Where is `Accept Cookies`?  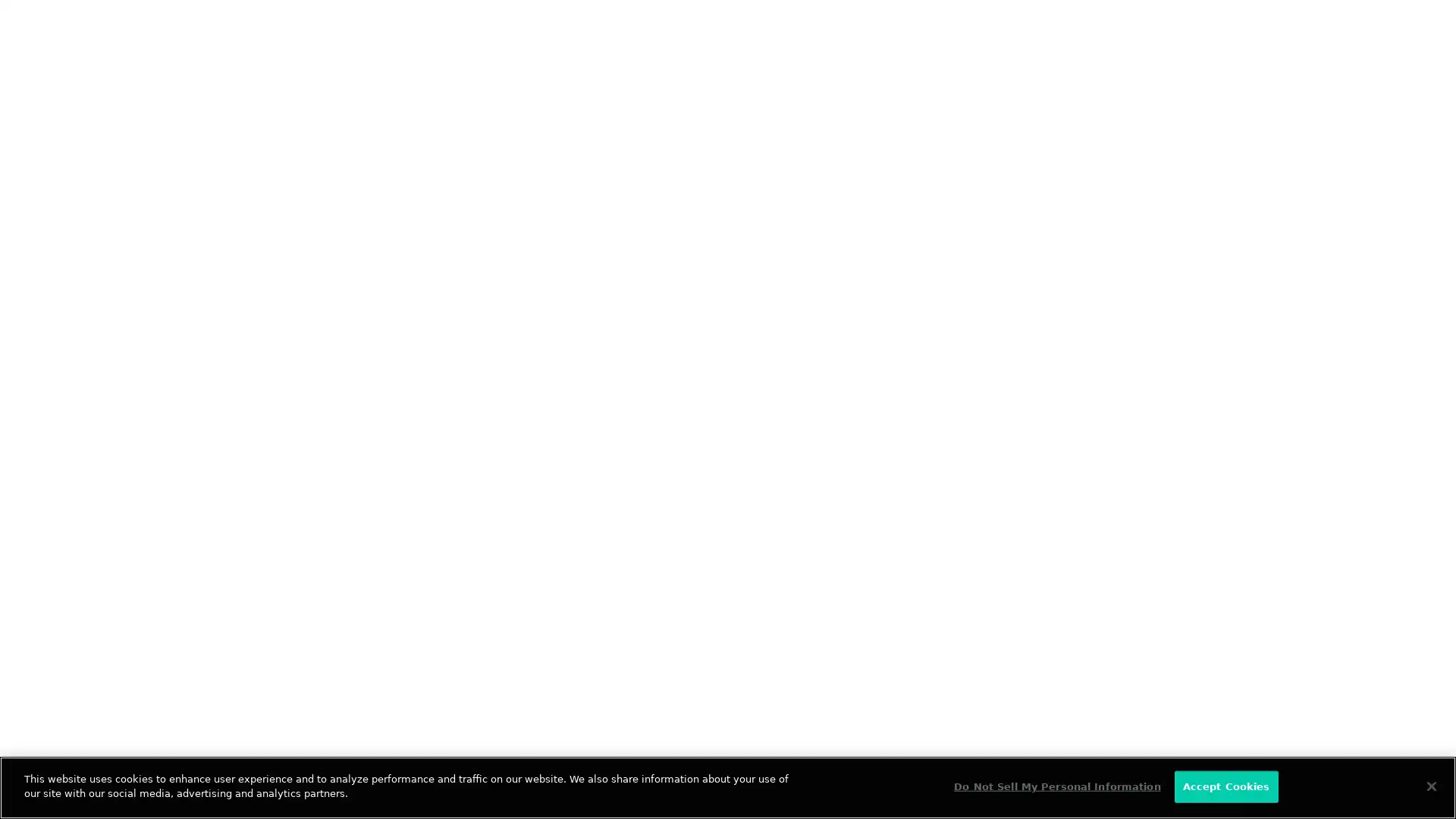 Accept Cookies is located at coordinates (1225, 786).